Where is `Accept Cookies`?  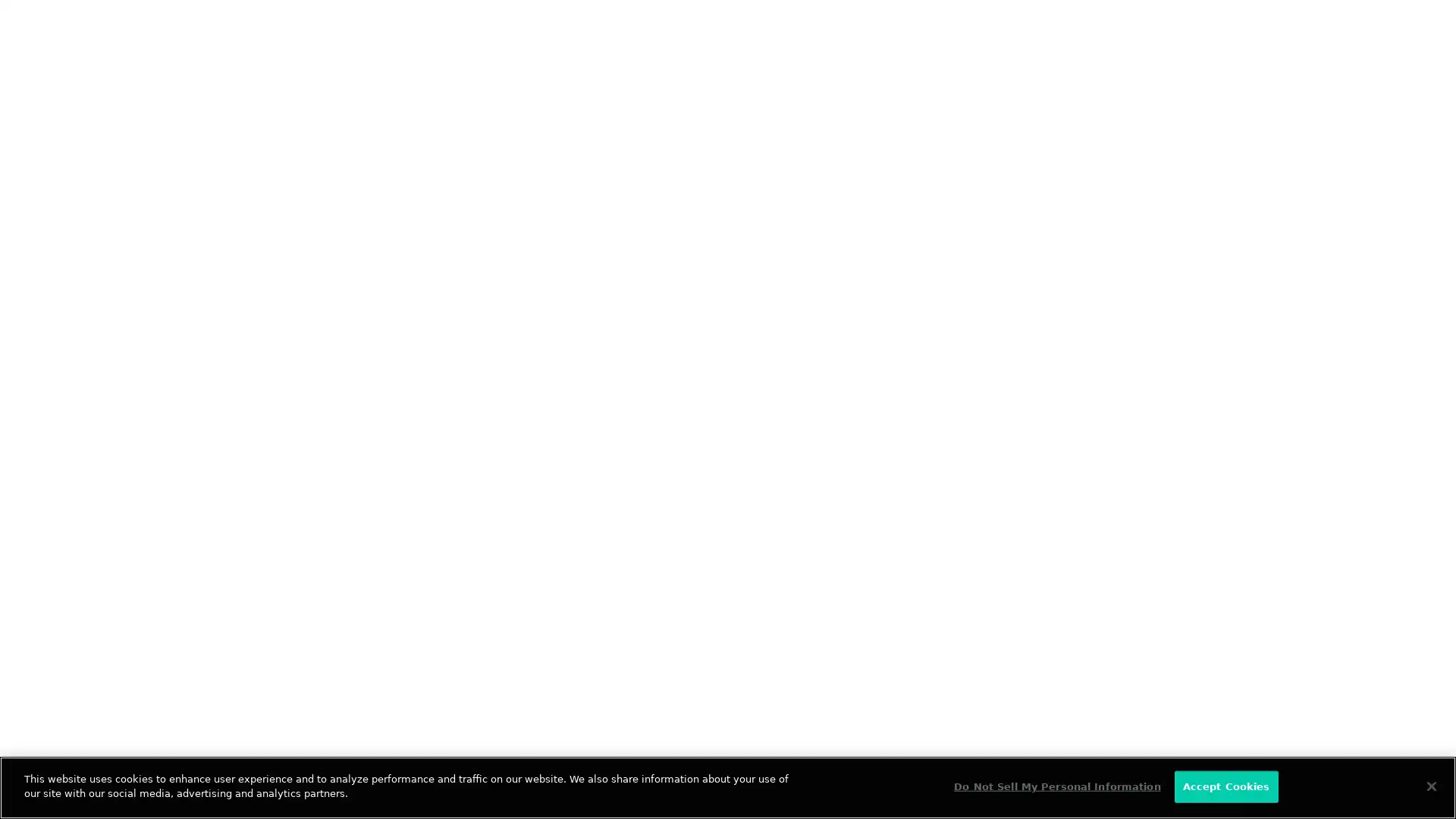 Accept Cookies is located at coordinates (1225, 786).